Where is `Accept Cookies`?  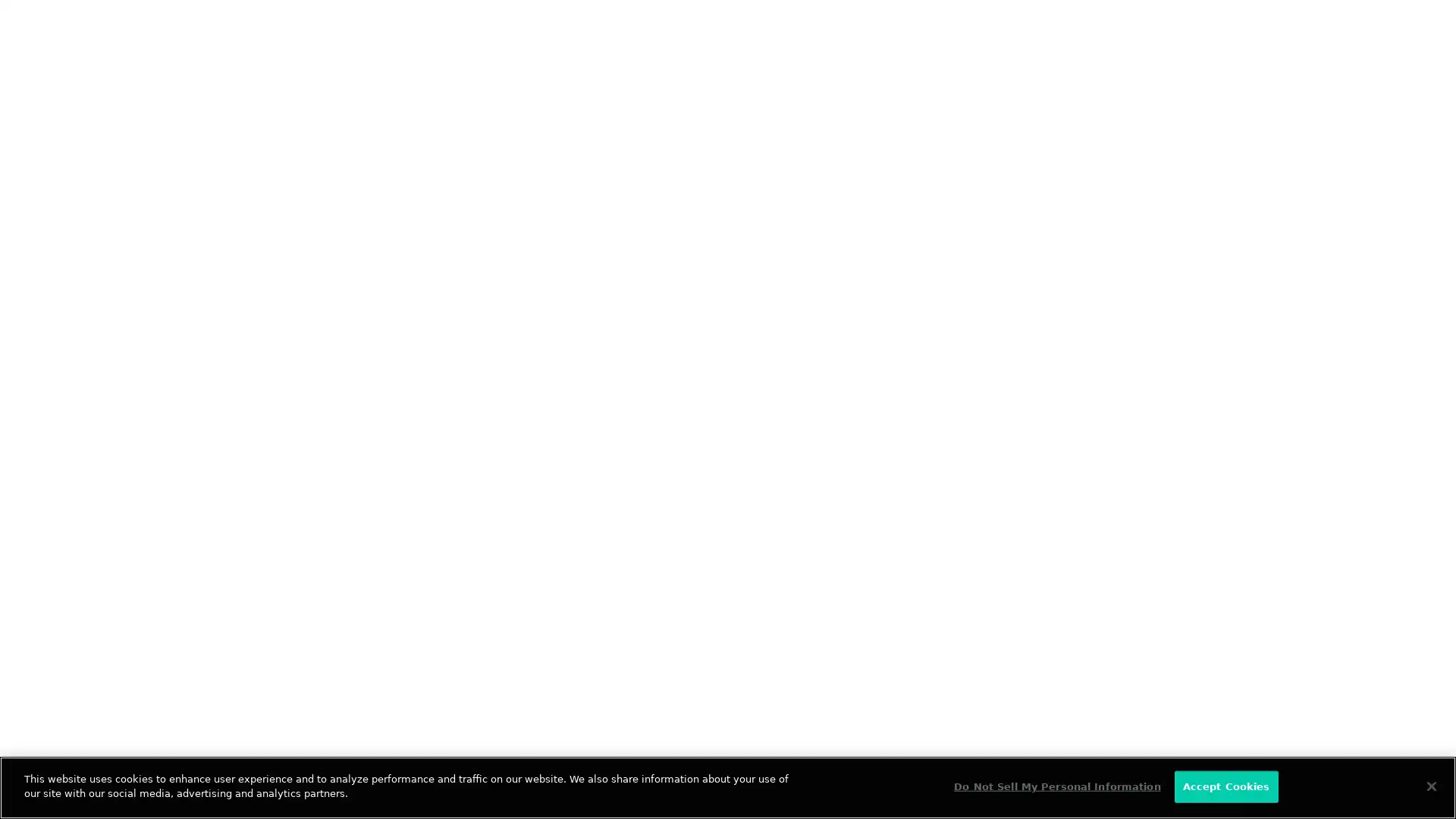 Accept Cookies is located at coordinates (1225, 786).